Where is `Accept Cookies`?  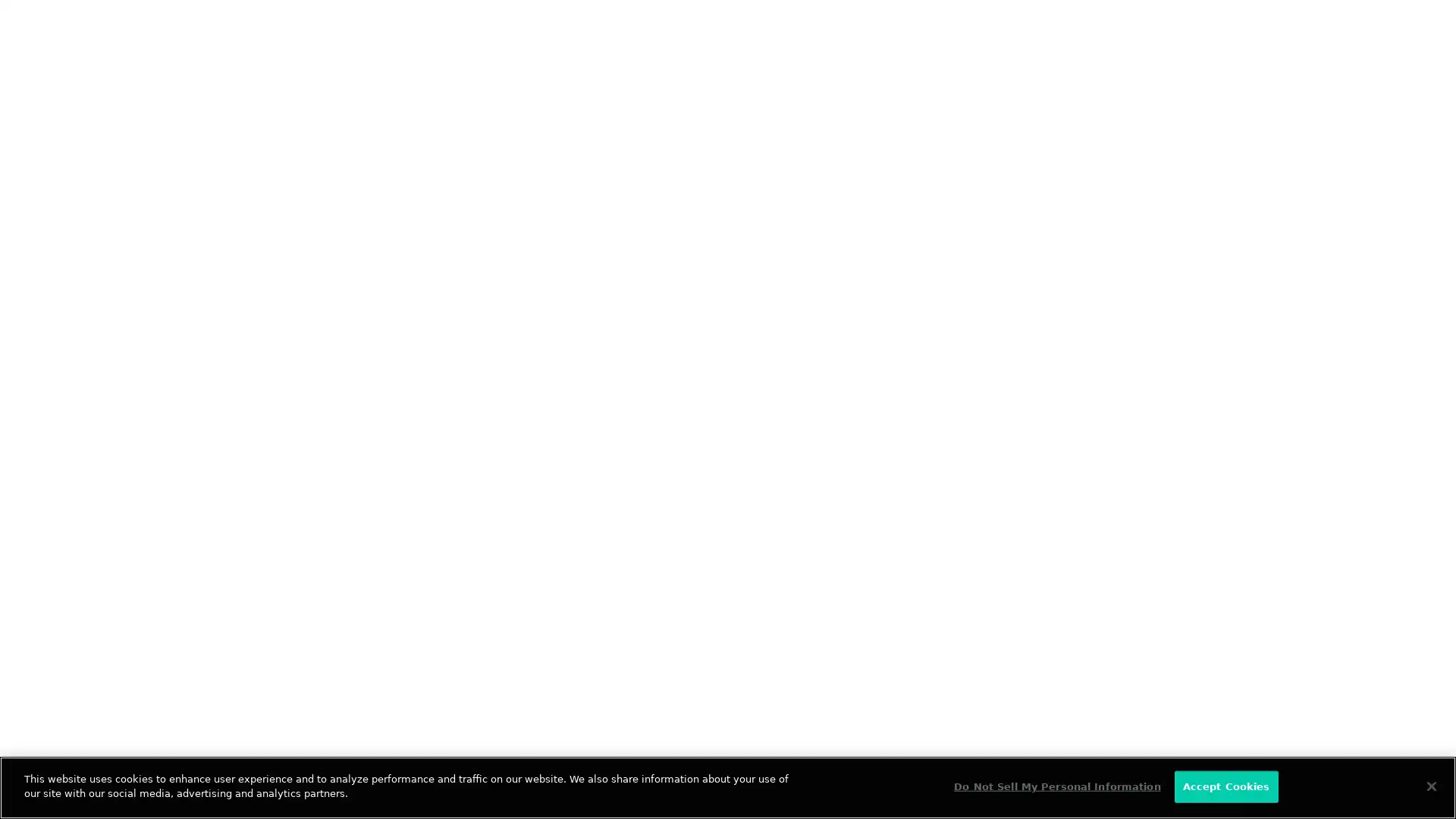 Accept Cookies is located at coordinates (1225, 786).